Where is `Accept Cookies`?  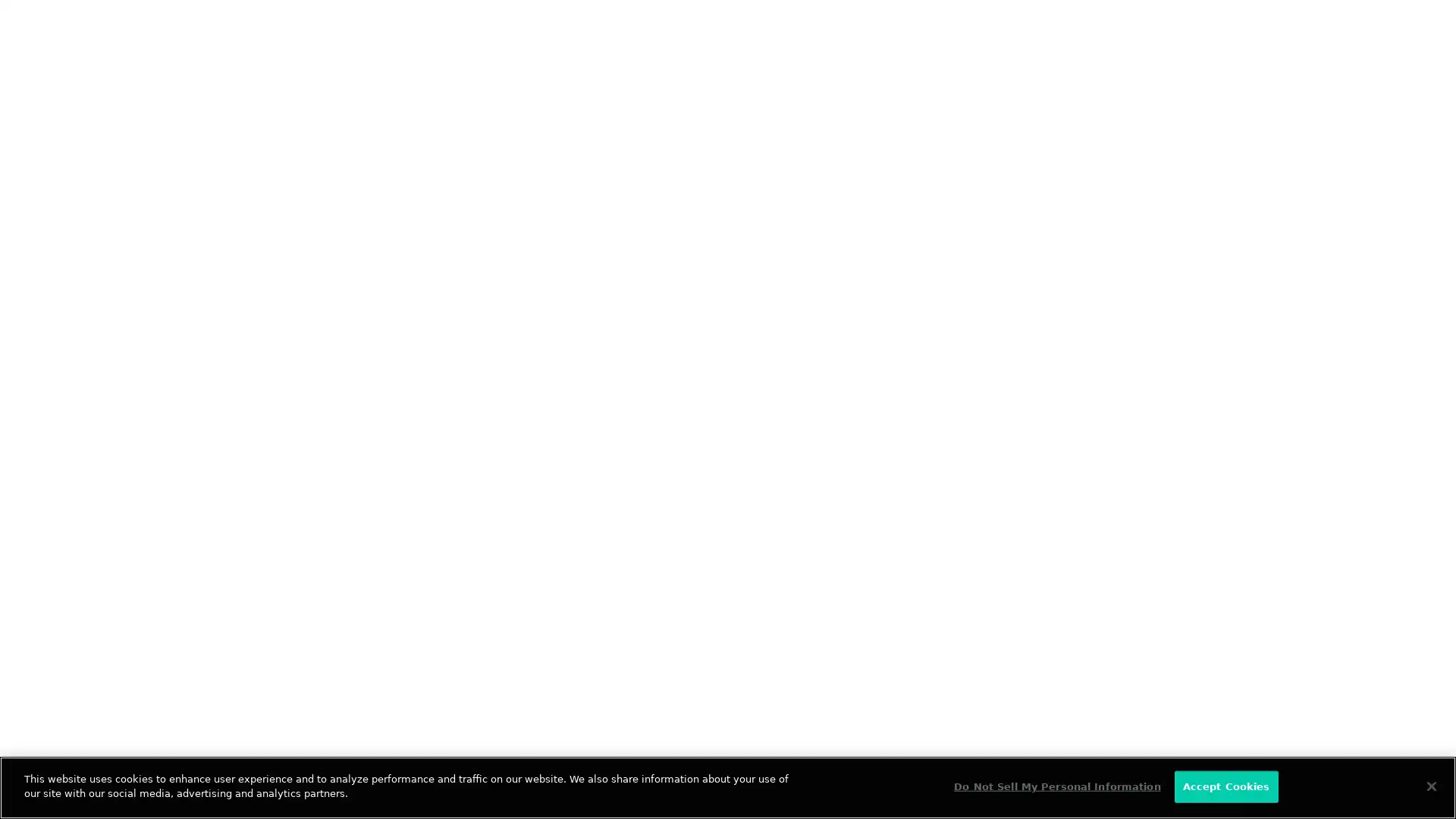 Accept Cookies is located at coordinates (1225, 786).